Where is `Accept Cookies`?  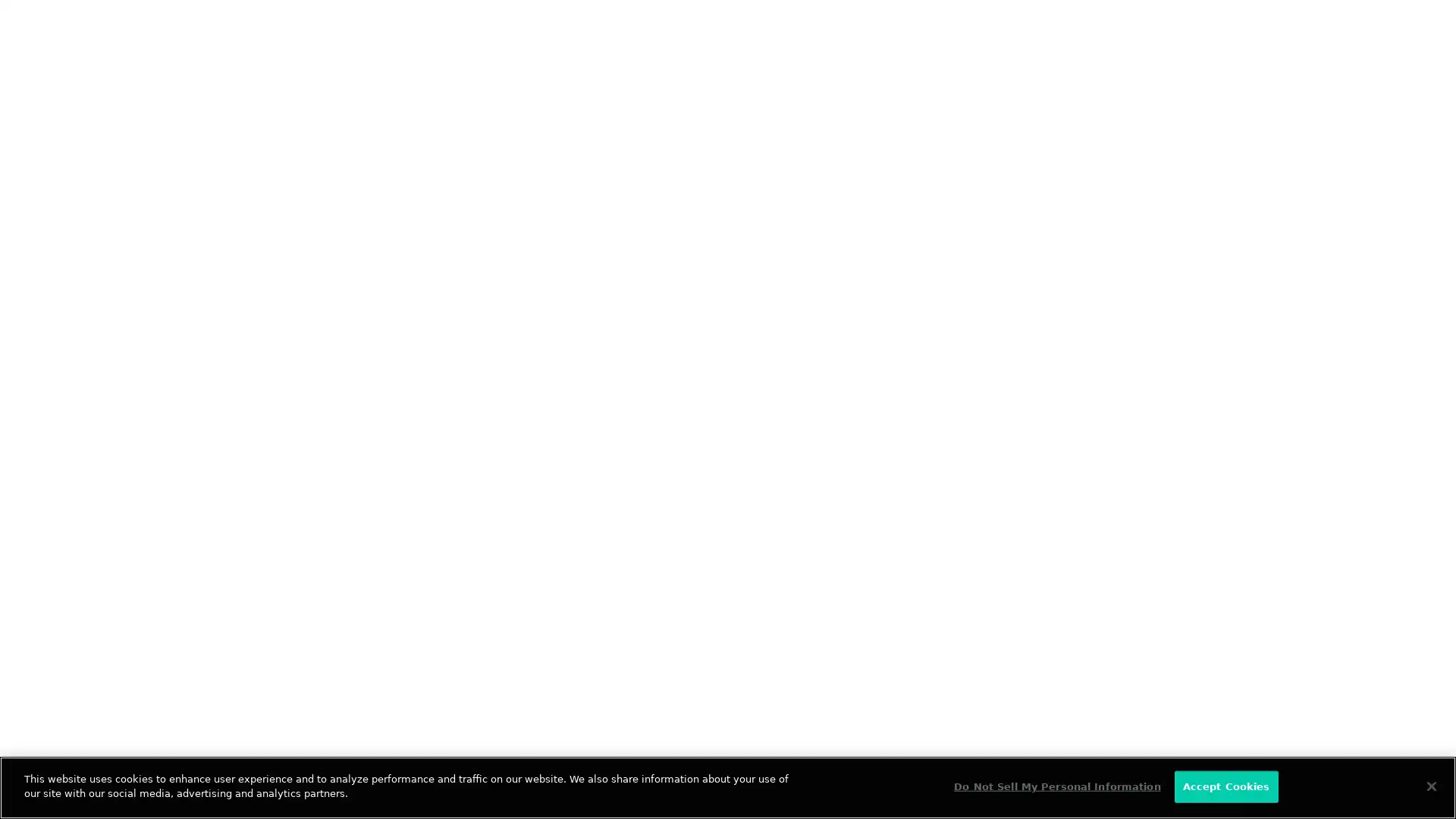 Accept Cookies is located at coordinates (1225, 786).